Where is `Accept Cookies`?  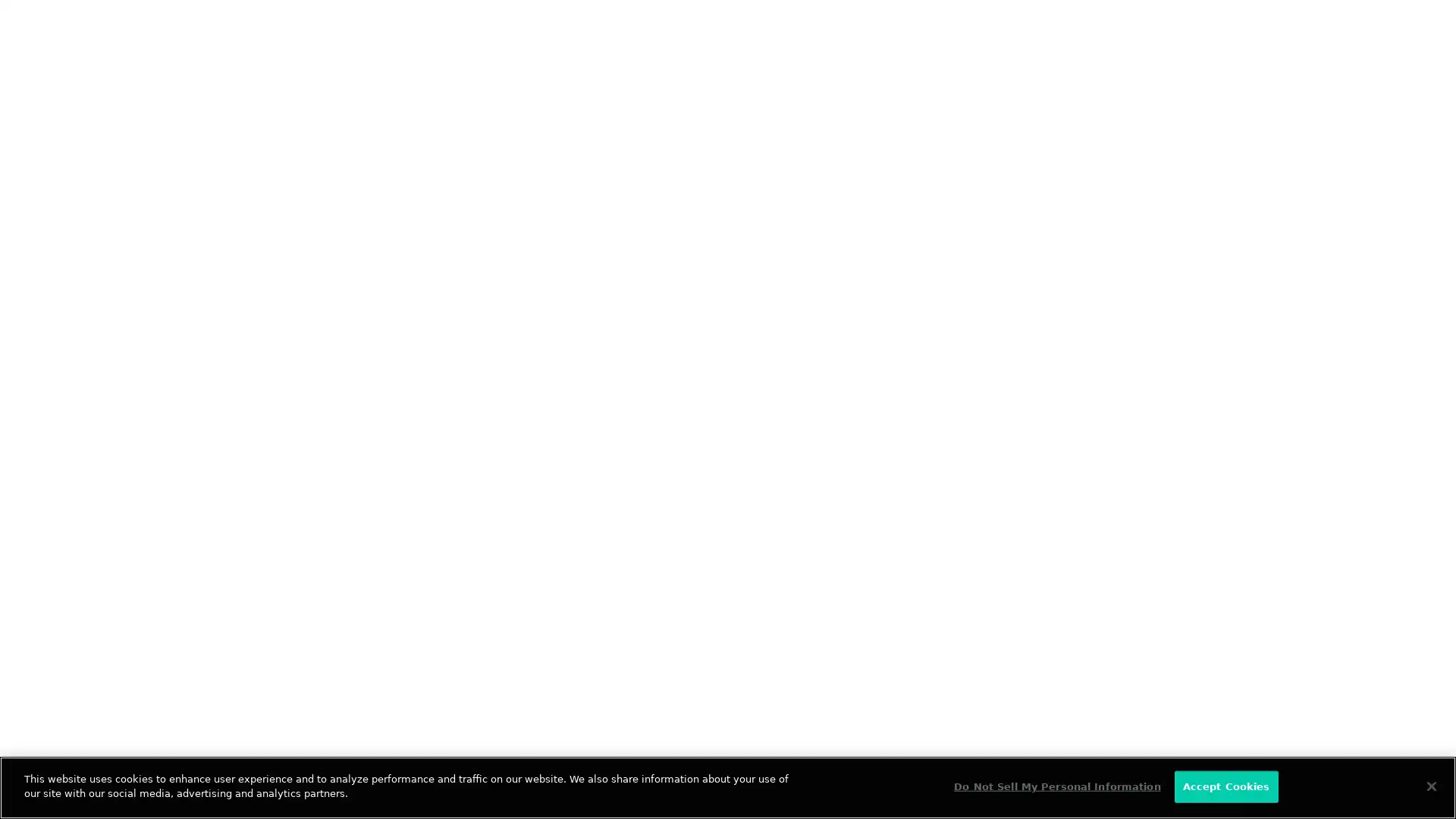 Accept Cookies is located at coordinates (1225, 786).